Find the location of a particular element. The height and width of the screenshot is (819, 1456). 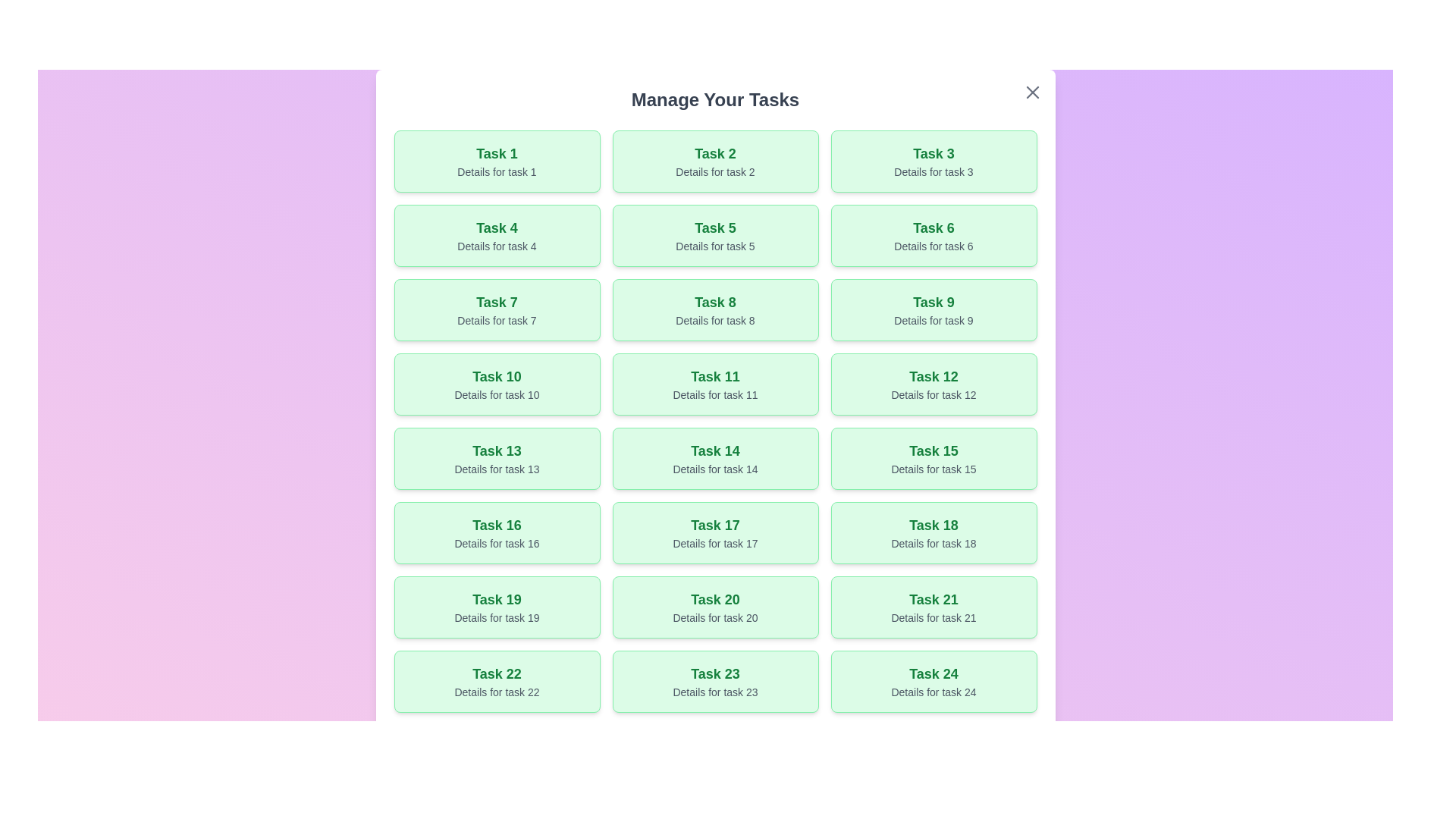

the background gradient to inspect its visual layout is located at coordinates (714, 499).